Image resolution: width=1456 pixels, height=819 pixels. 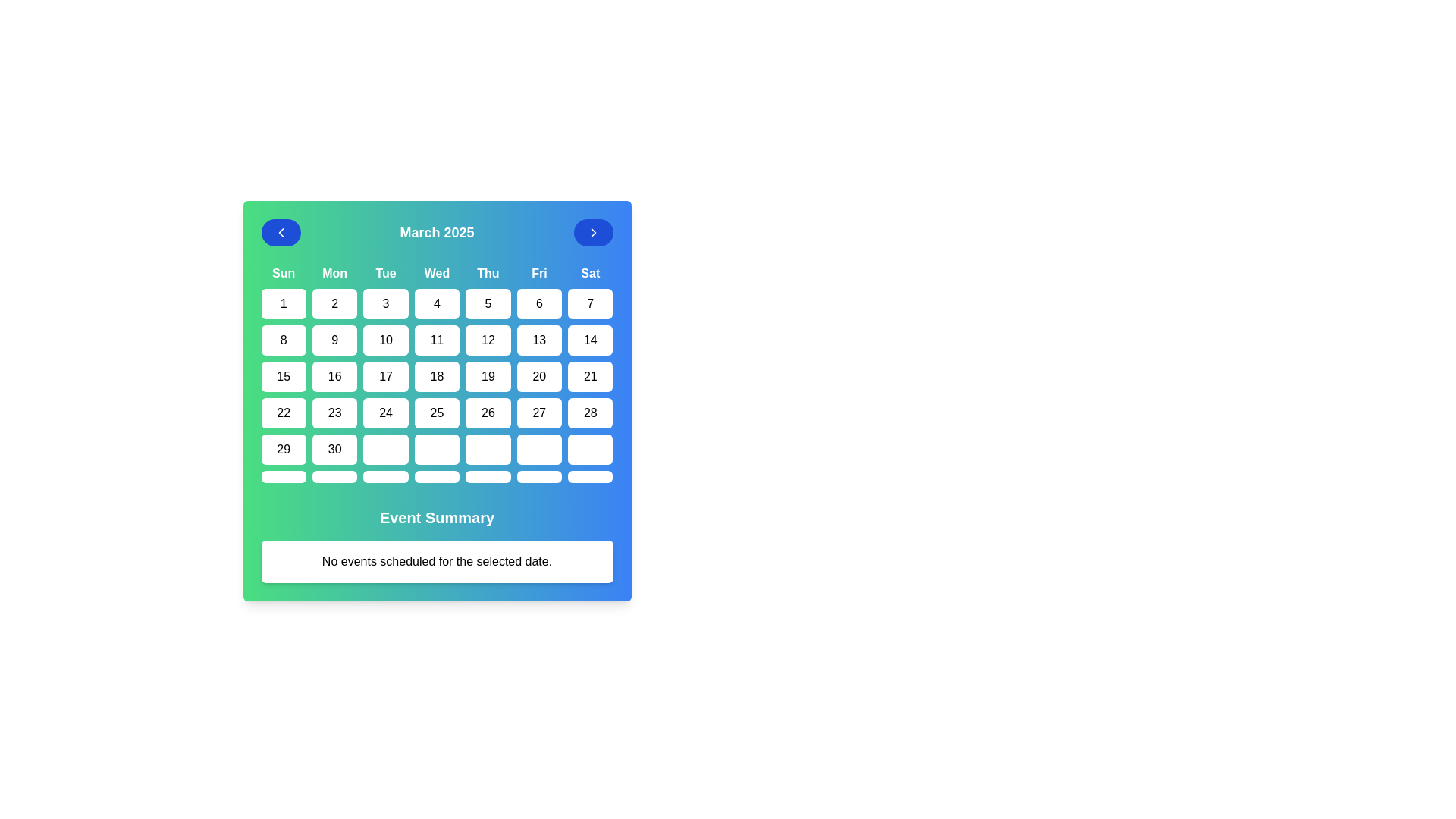 What do you see at coordinates (539, 475) in the screenshot?
I see `the sixth empty cell button in the last row of the calendar view` at bounding box center [539, 475].